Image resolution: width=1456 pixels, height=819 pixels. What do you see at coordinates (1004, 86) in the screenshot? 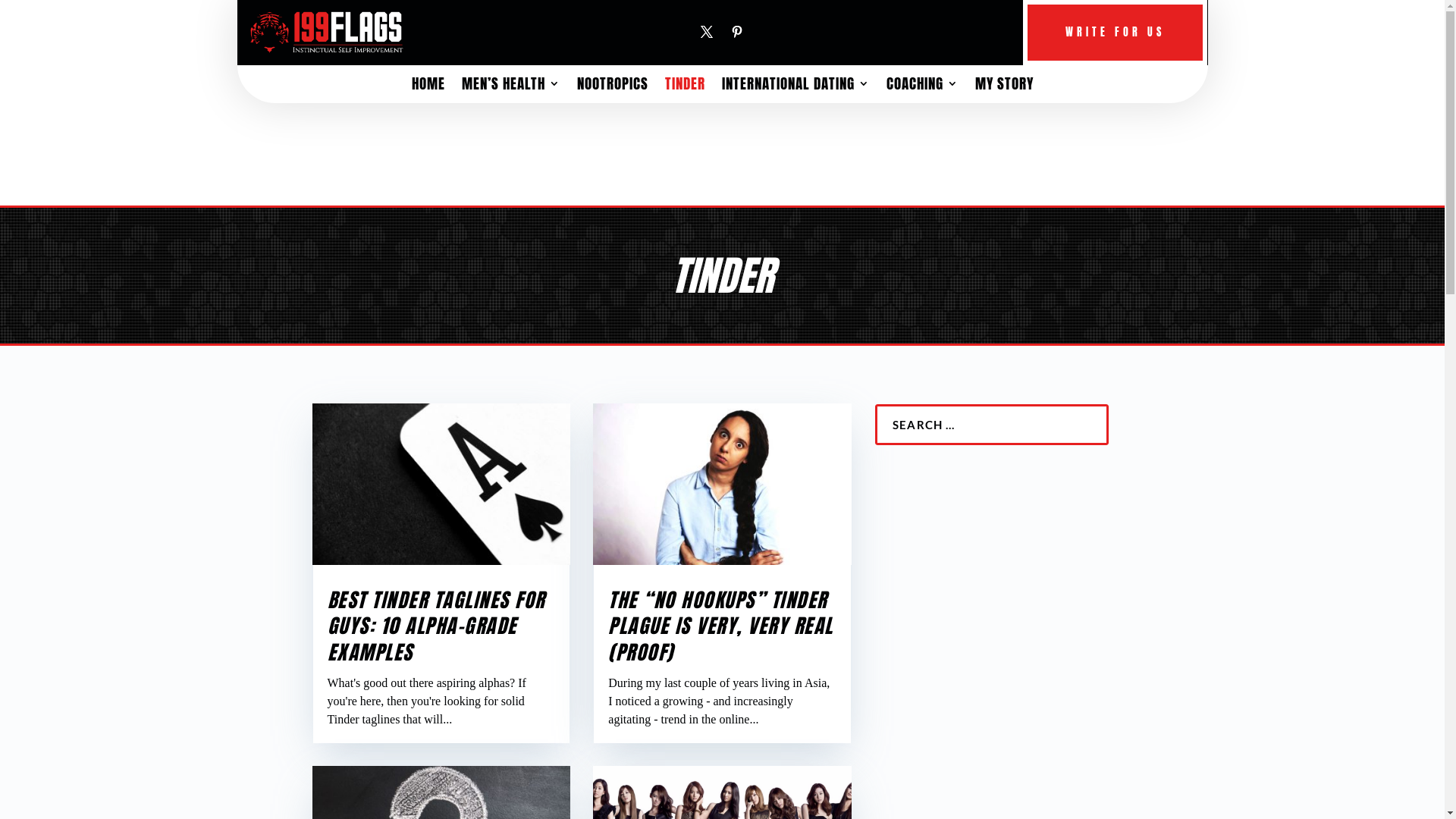
I see `'MY STORY'` at bounding box center [1004, 86].